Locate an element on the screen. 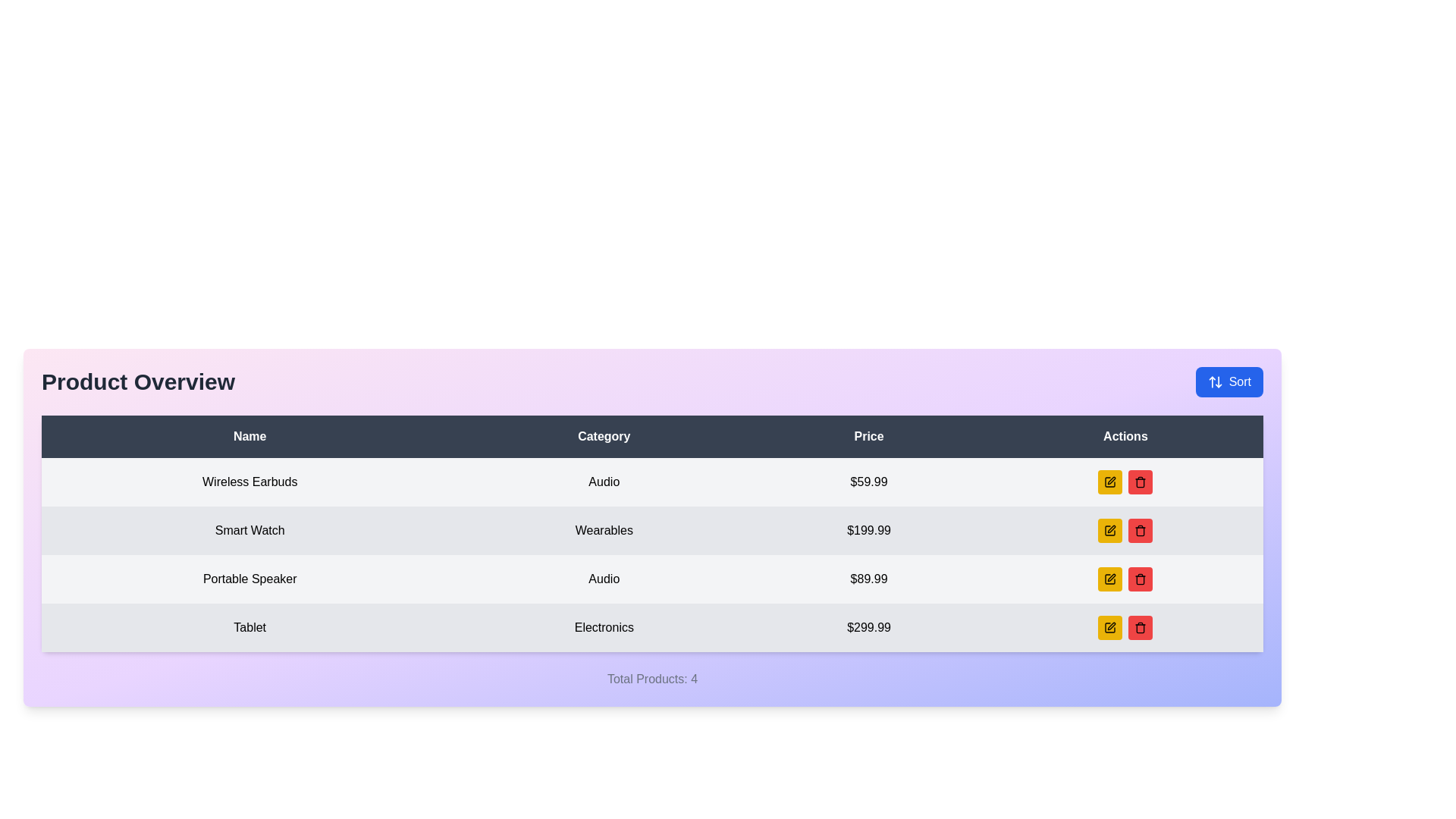 This screenshot has height=819, width=1456. the trash bin icon button located in the third row under the 'Actions' column of the table is located at coordinates (1141, 482).